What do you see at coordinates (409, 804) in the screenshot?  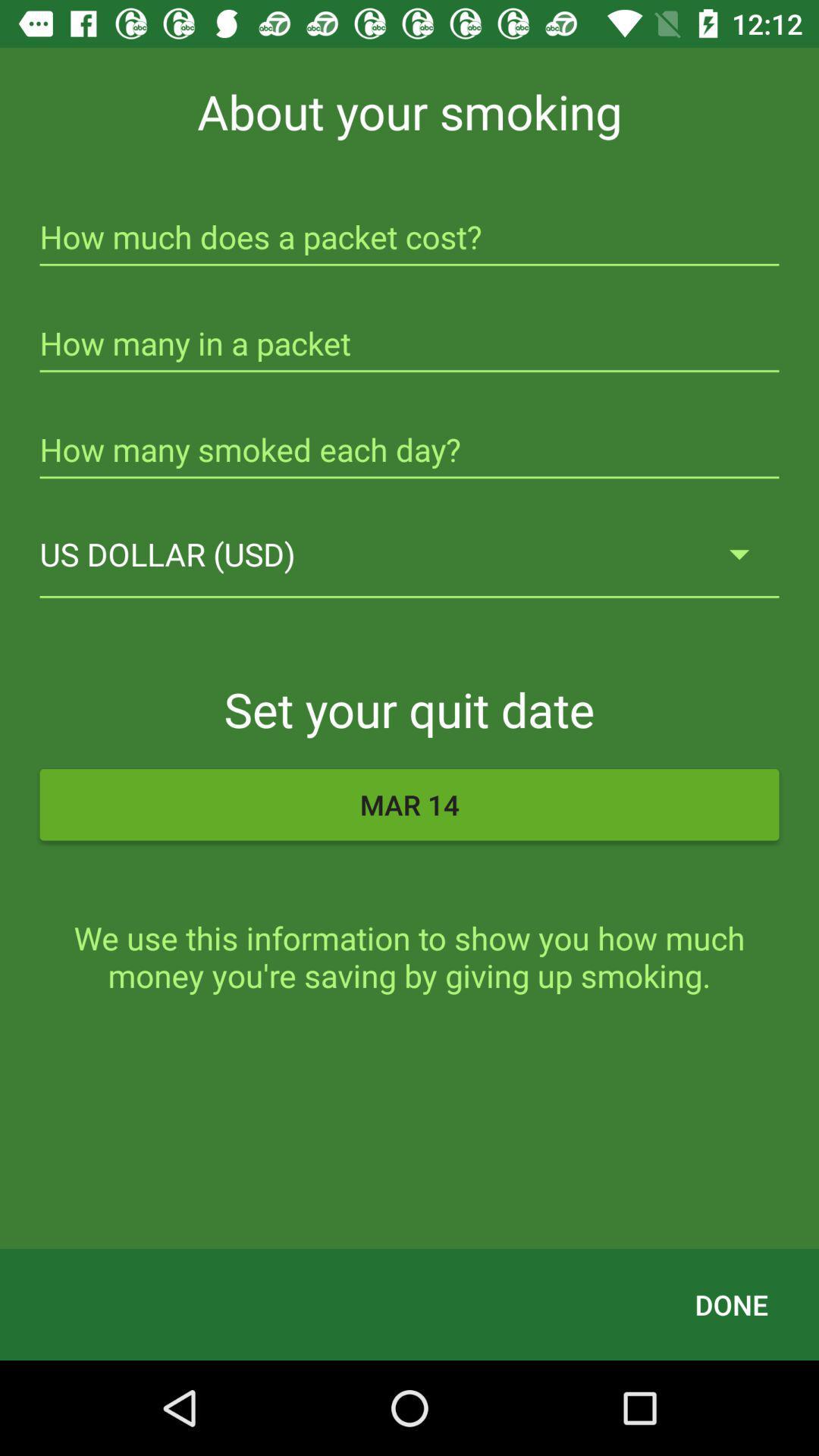 I see `icon below the set your quit icon` at bounding box center [409, 804].